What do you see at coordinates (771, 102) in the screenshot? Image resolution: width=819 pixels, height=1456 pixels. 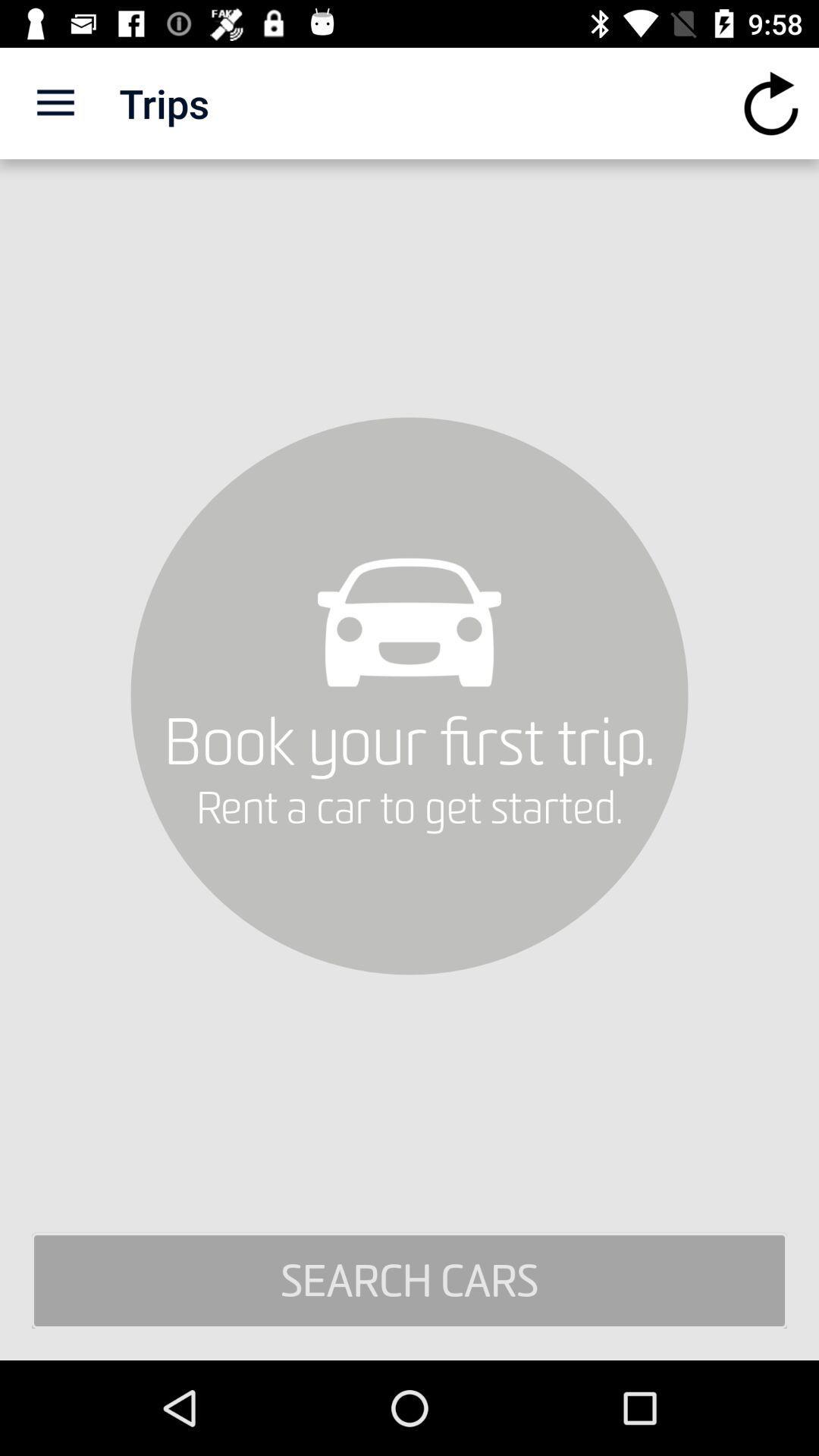 I see `the icon next to trips icon` at bounding box center [771, 102].